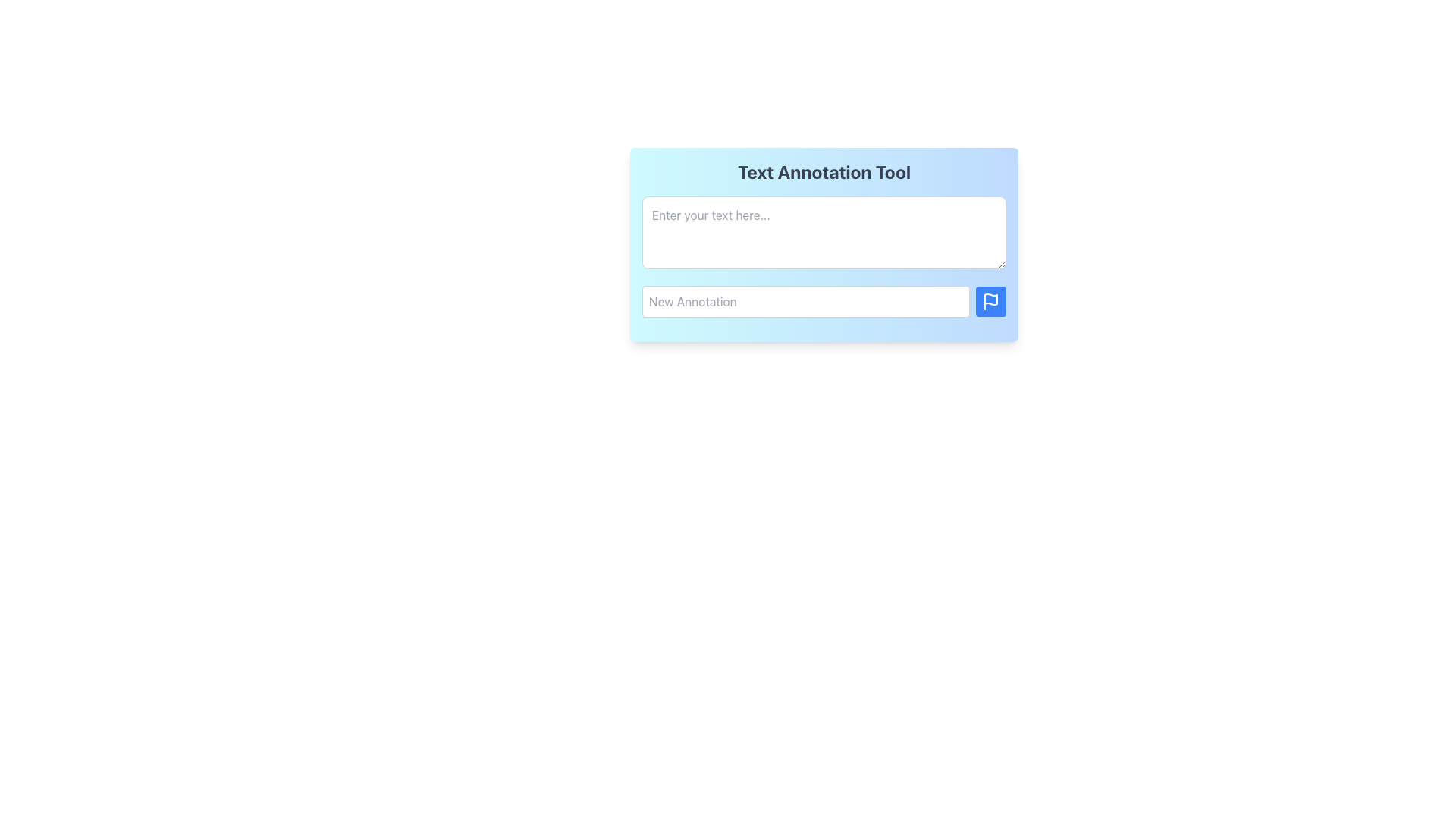 The height and width of the screenshot is (819, 1456). I want to click on the flag icon located inside the rounded blue button at the right end of the 'New Annotation' input field, so click(990, 301).